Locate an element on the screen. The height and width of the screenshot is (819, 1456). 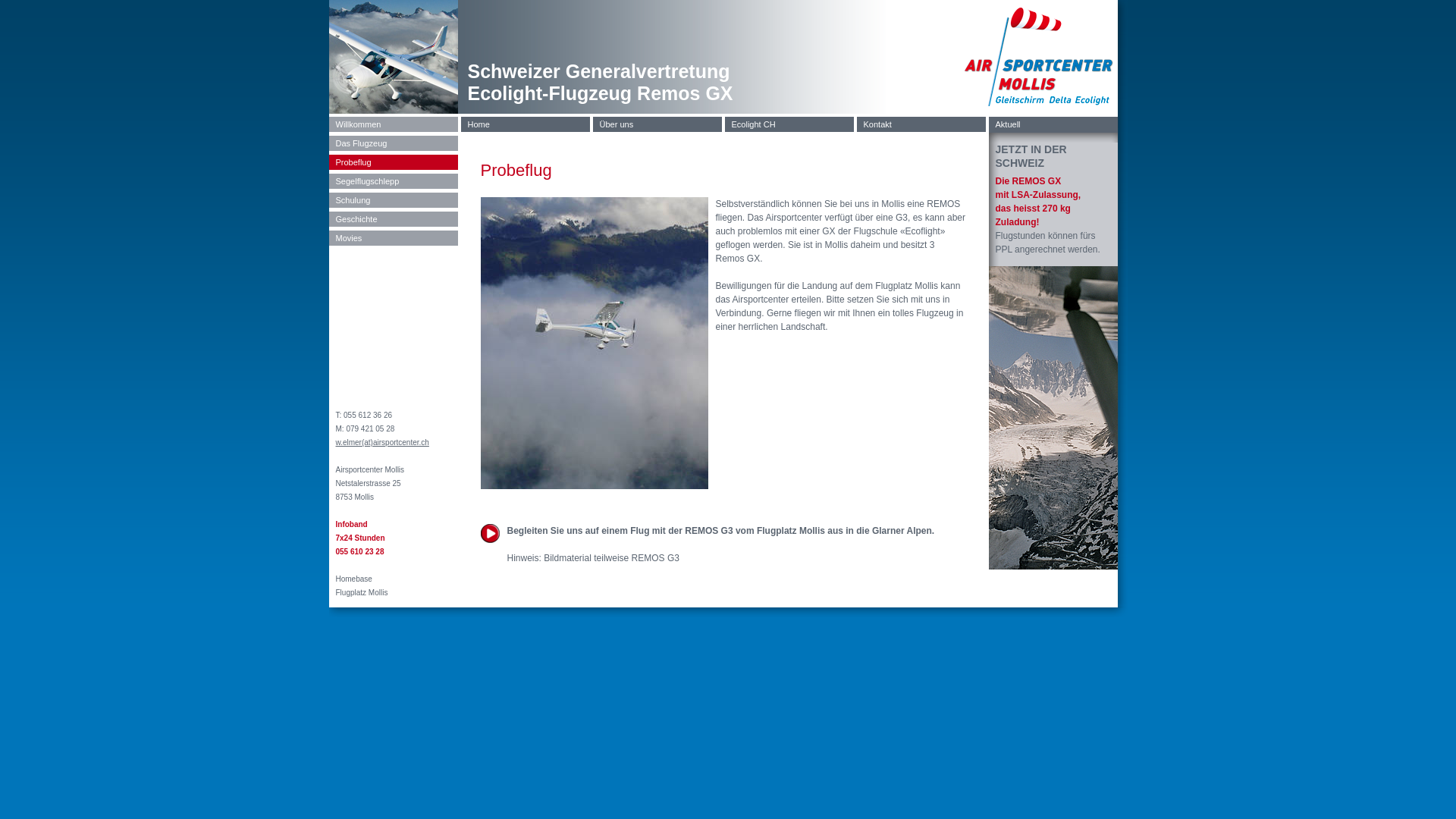
'Schulung' is located at coordinates (328, 199).